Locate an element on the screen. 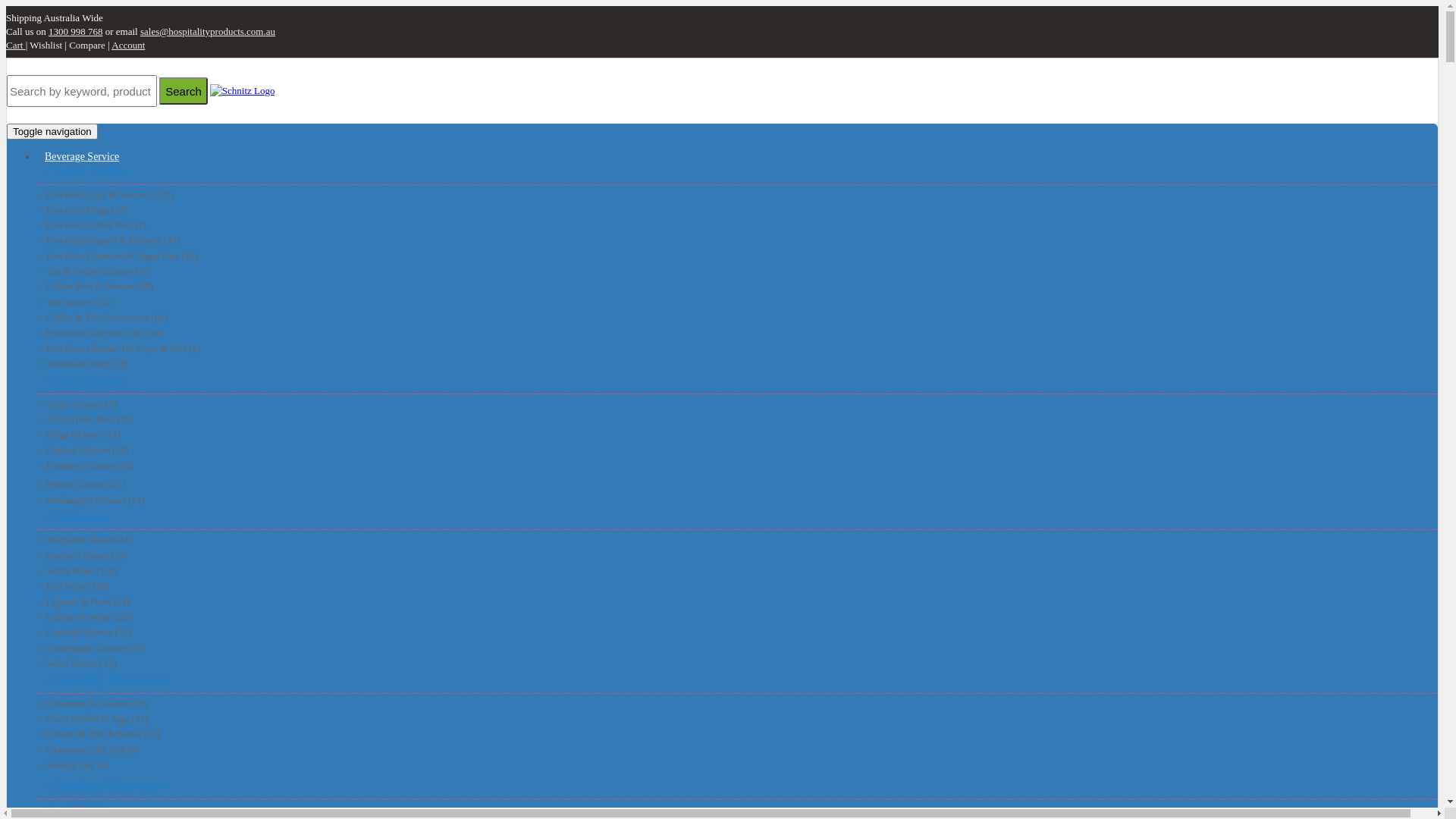 The height and width of the screenshot is (819, 1456). 'Stoneware Mugs (3)' is located at coordinates (39, 363).